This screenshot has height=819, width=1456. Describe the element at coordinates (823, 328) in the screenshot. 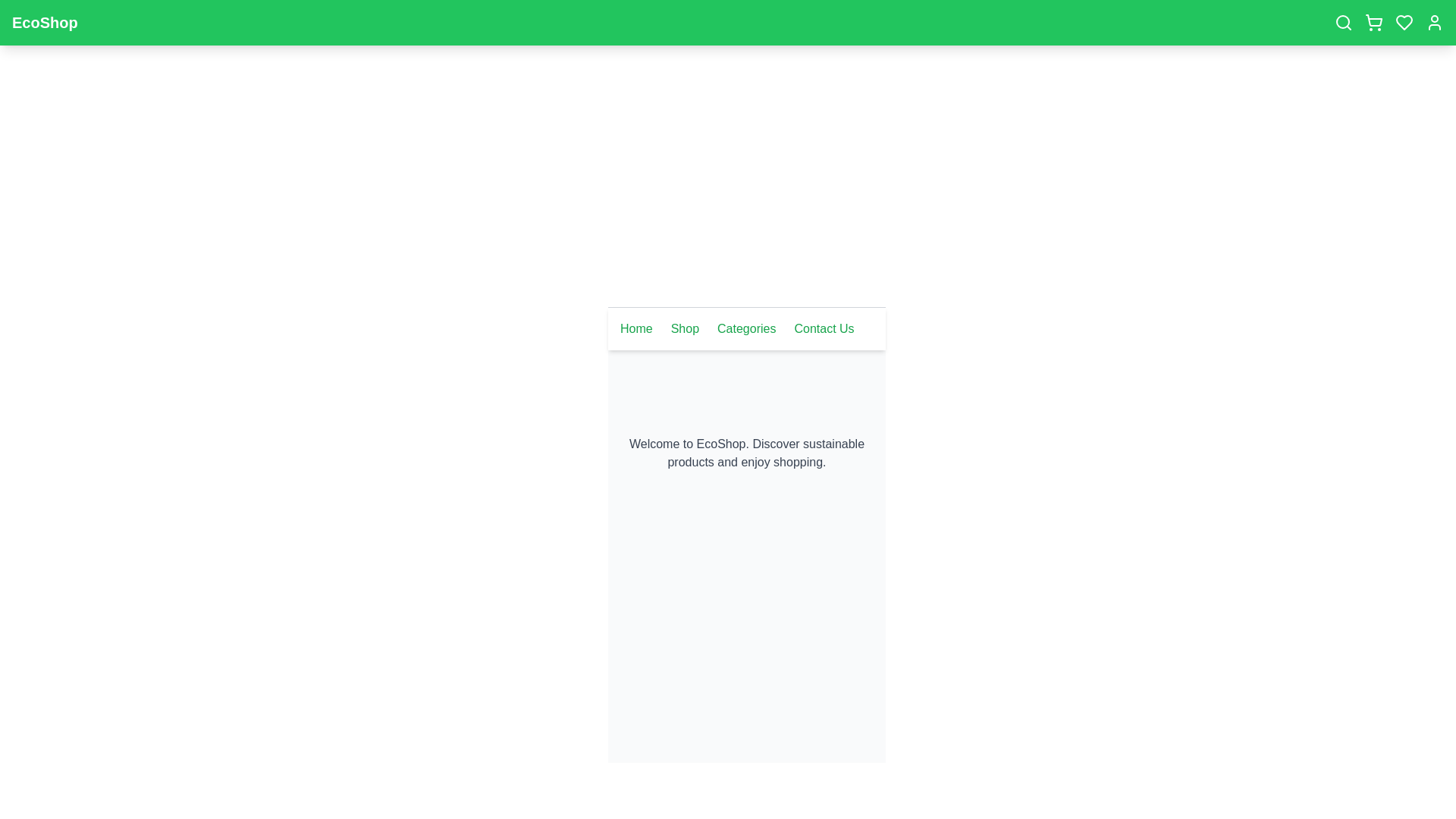

I see `the 'Contact Us' link in the navigation bar` at that location.